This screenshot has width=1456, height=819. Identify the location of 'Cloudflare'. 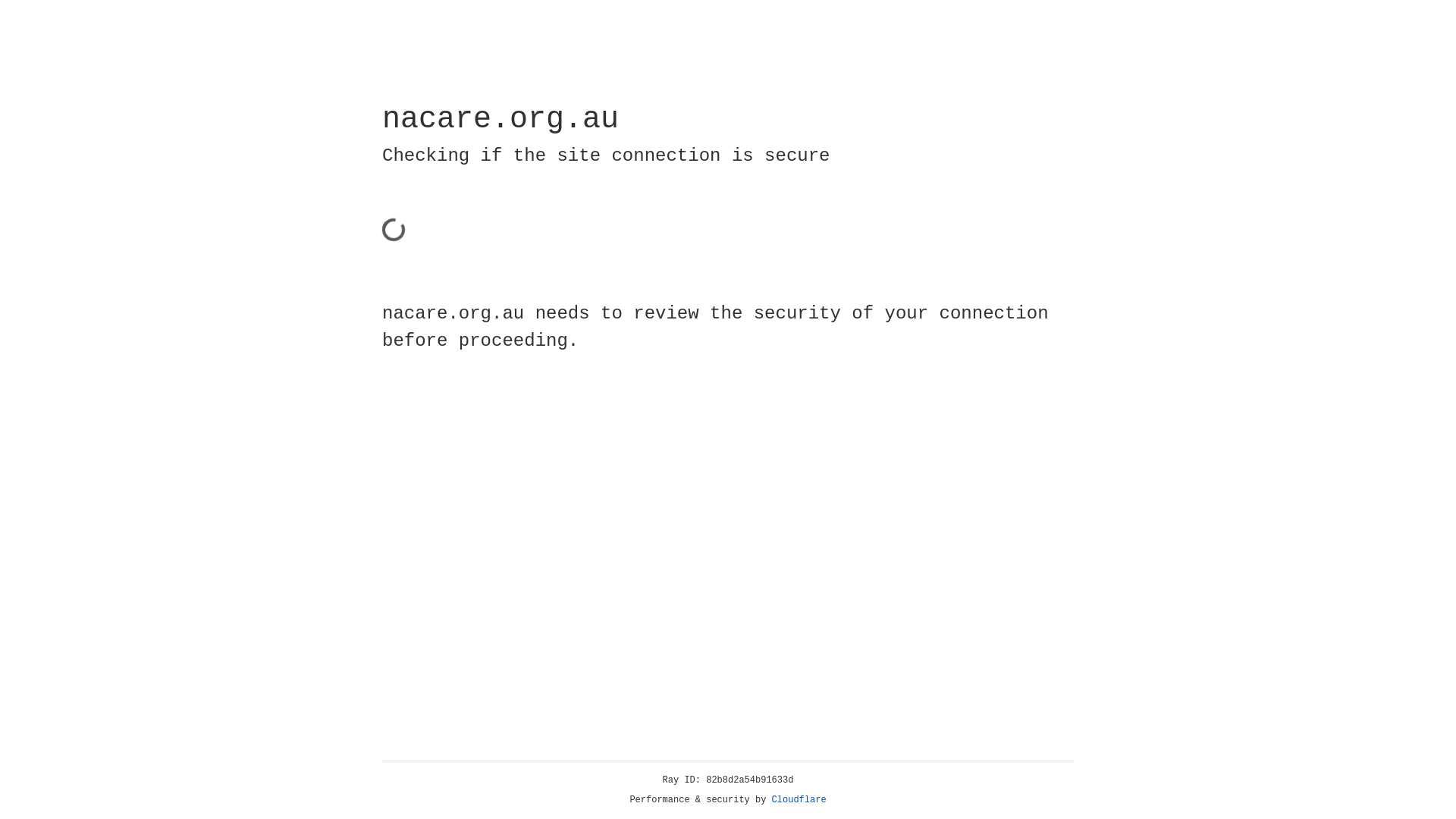
(799, 799).